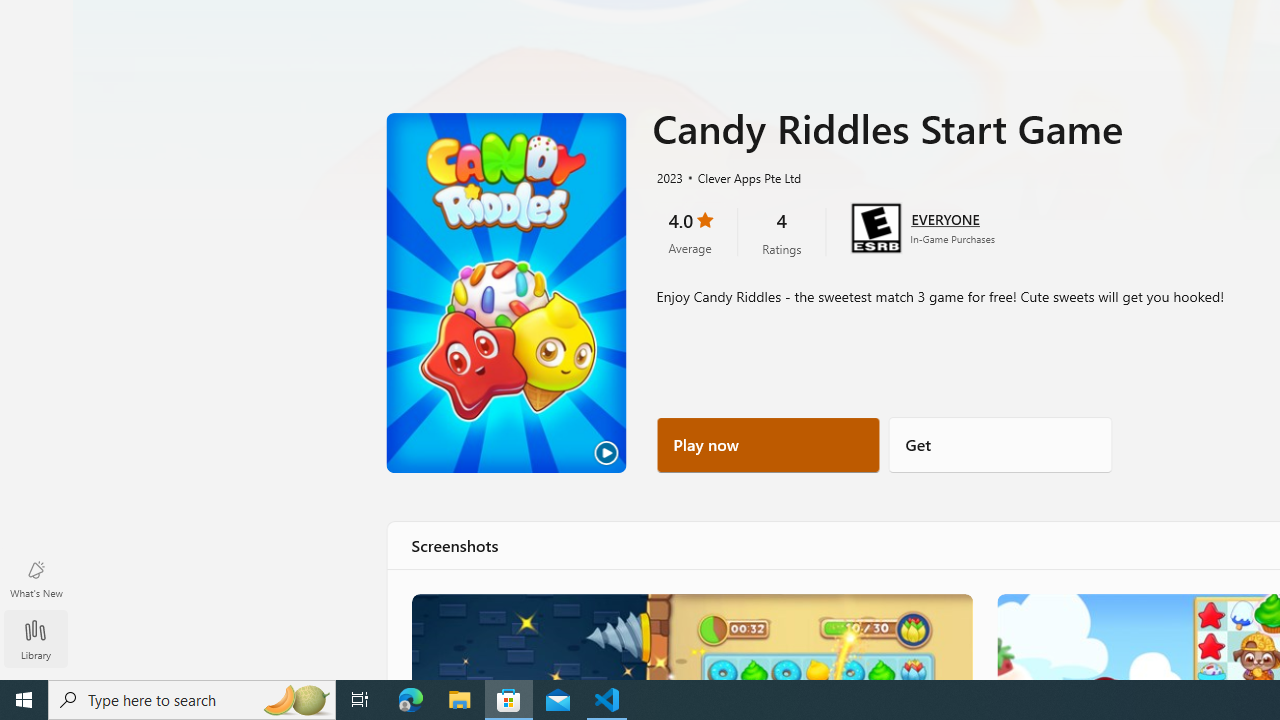 The height and width of the screenshot is (720, 1280). What do you see at coordinates (35, 631) in the screenshot?
I see `'Library'` at bounding box center [35, 631].